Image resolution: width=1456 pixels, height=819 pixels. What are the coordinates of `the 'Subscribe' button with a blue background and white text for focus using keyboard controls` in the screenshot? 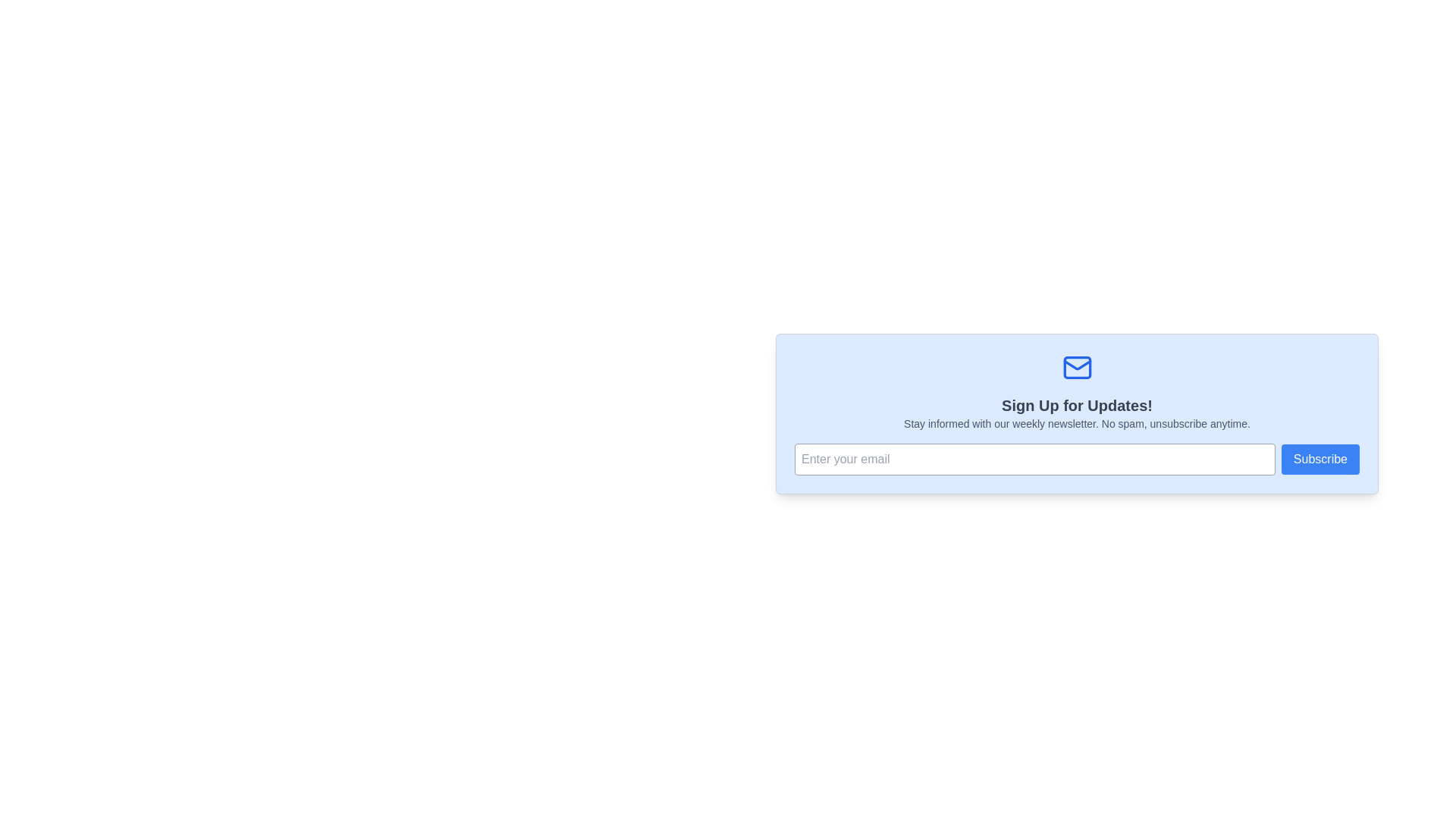 It's located at (1319, 458).